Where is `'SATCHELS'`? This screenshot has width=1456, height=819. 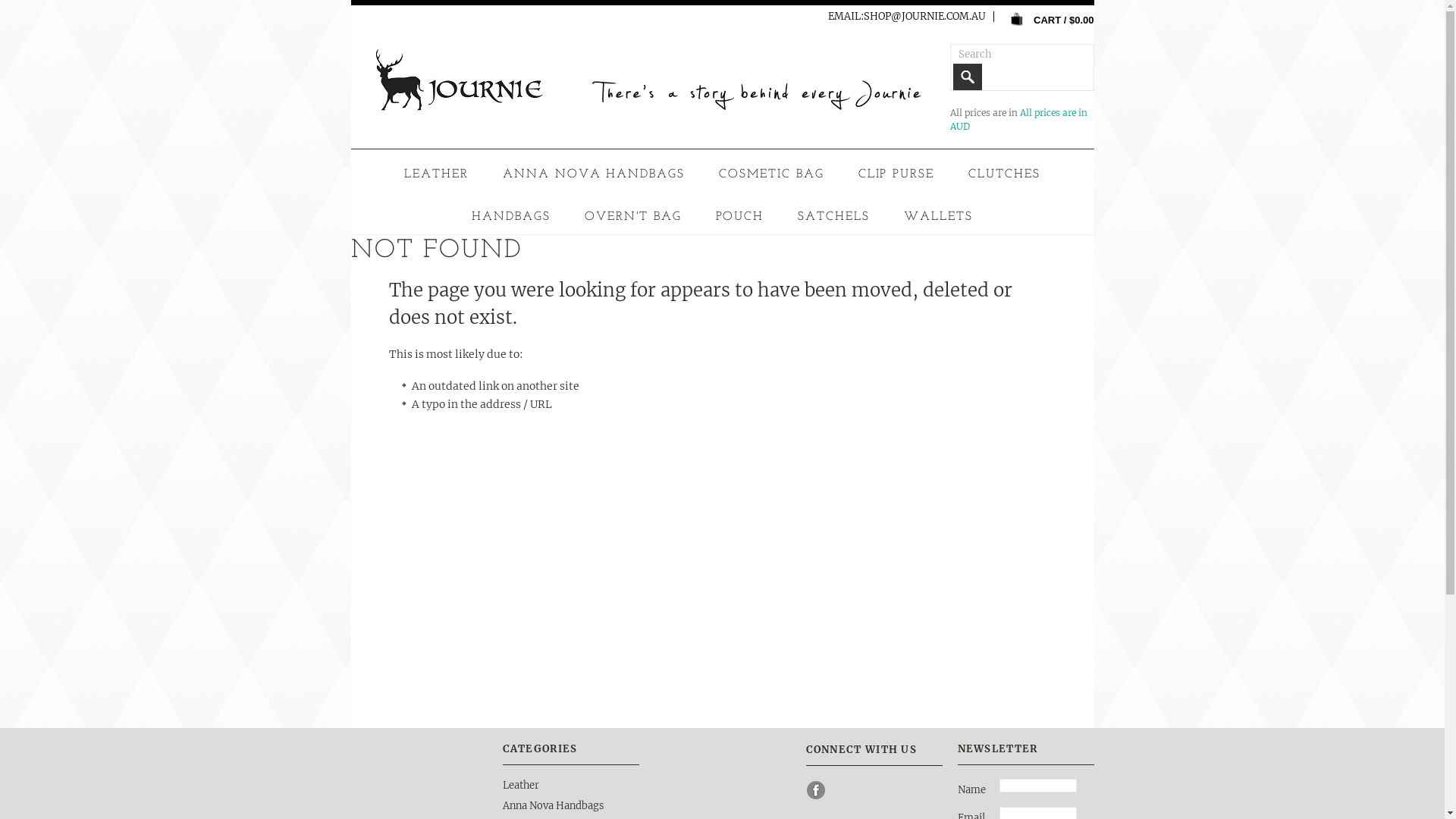
'SATCHELS' is located at coordinates (833, 216).